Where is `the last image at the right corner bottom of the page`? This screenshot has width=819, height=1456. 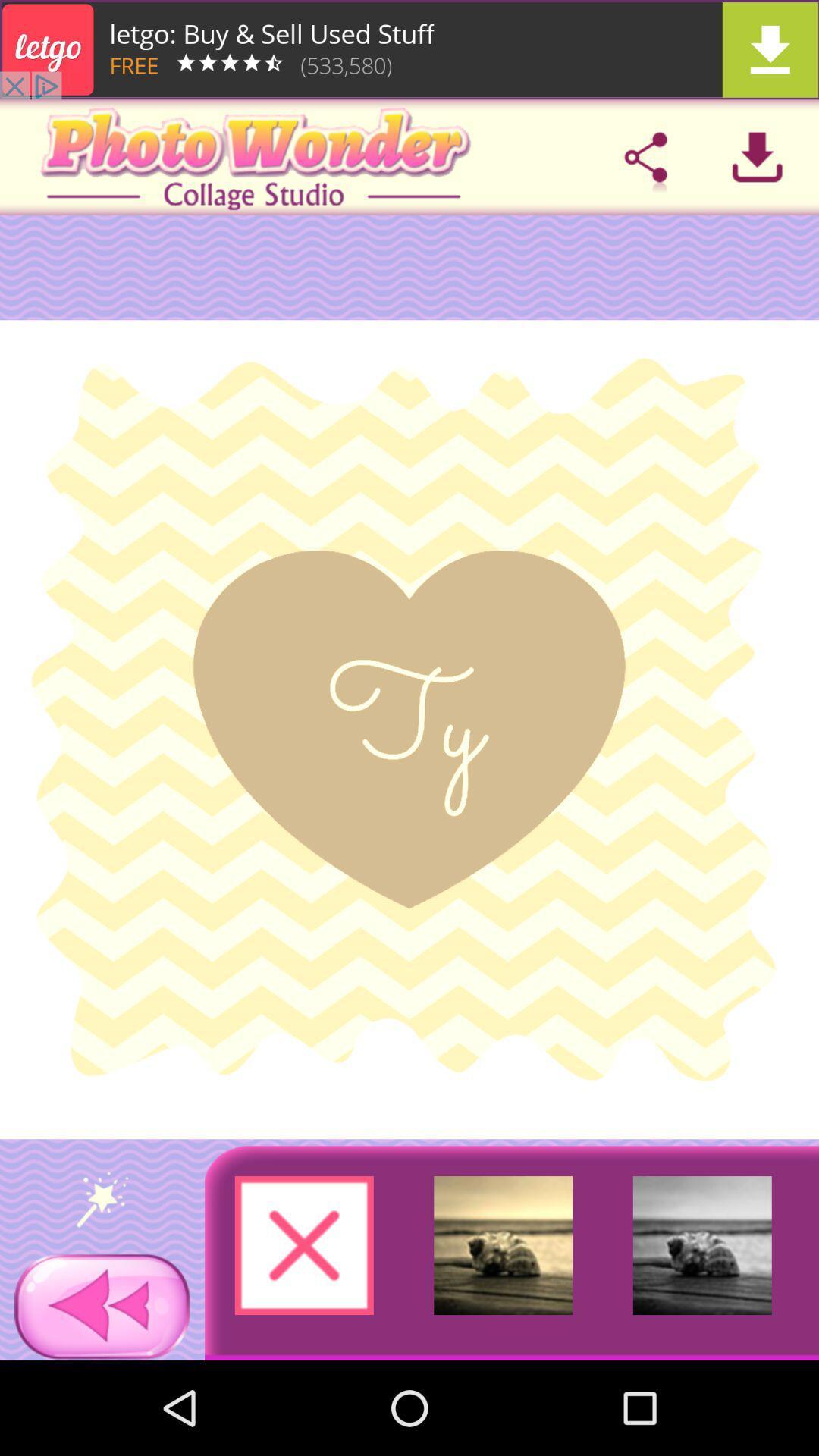
the last image at the right corner bottom of the page is located at coordinates (702, 1245).